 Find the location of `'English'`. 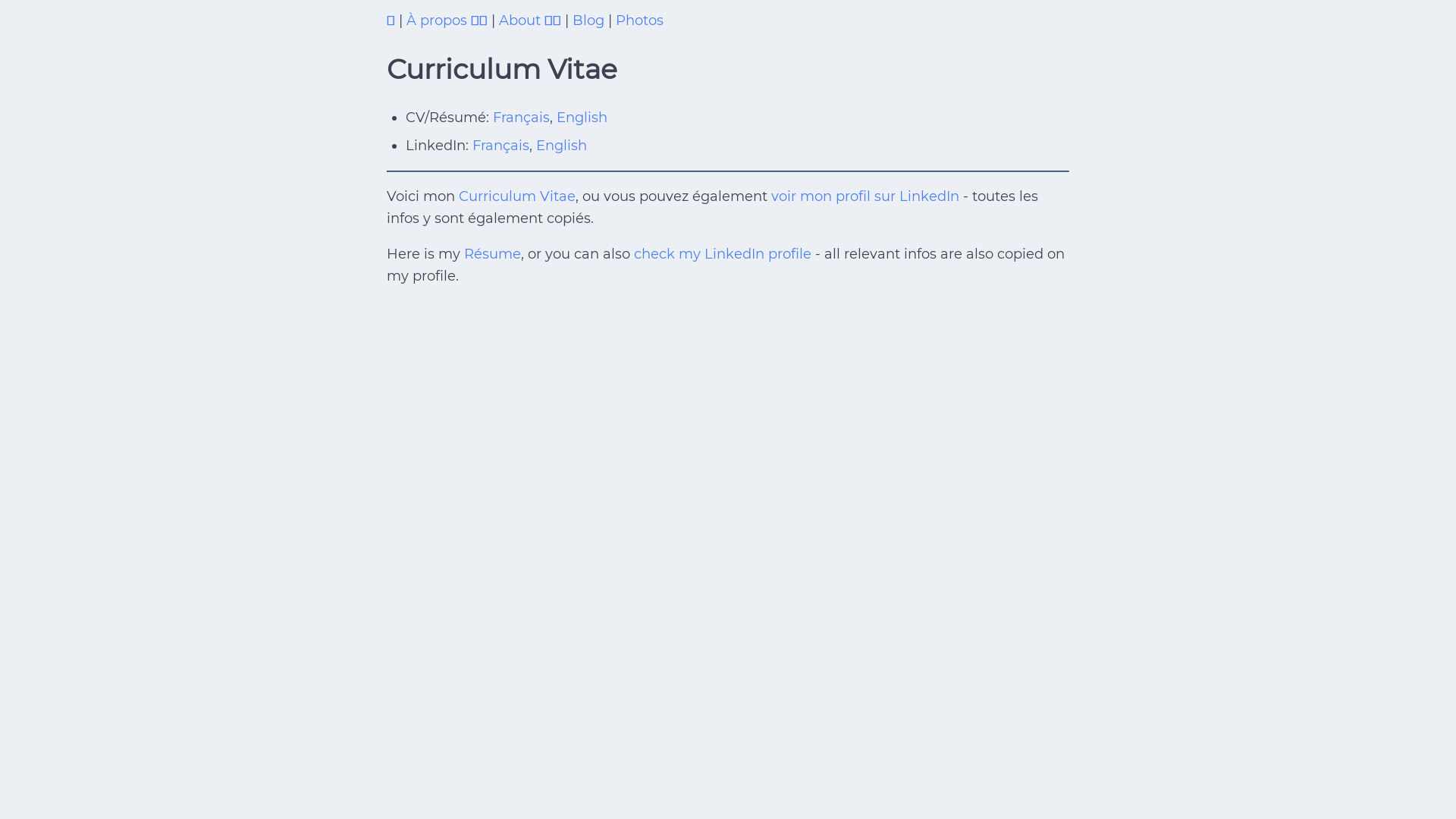

'English' is located at coordinates (560, 146).